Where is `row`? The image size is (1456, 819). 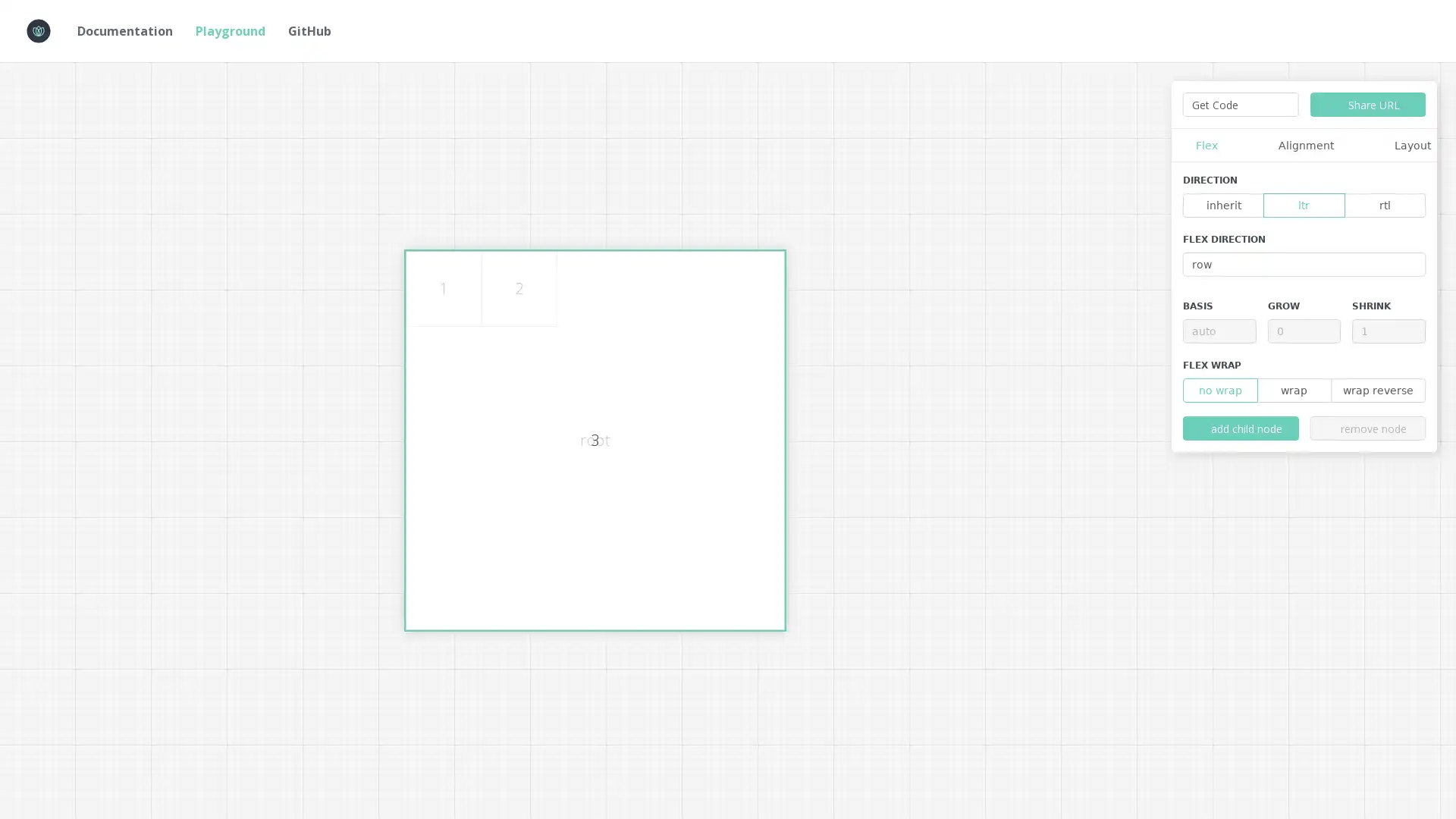 row is located at coordinates (1303, 263).